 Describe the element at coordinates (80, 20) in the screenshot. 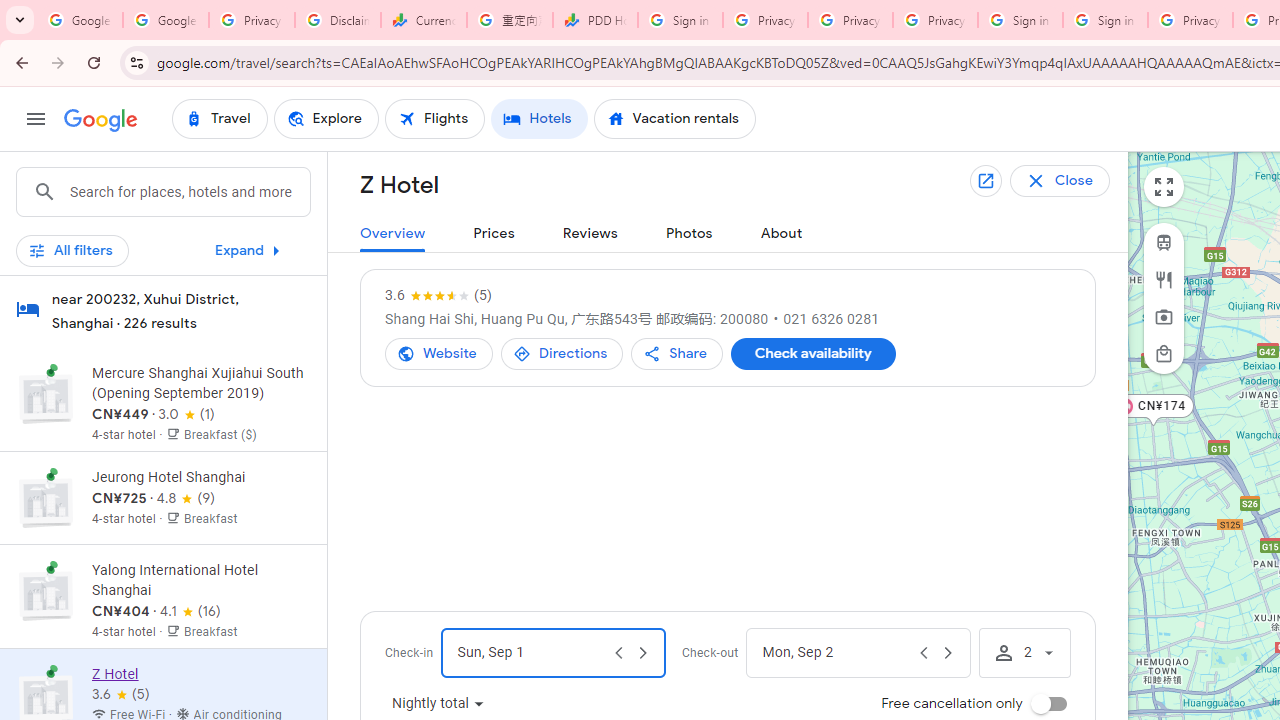

I see `'Google Workspace Admin Community'` at that location.